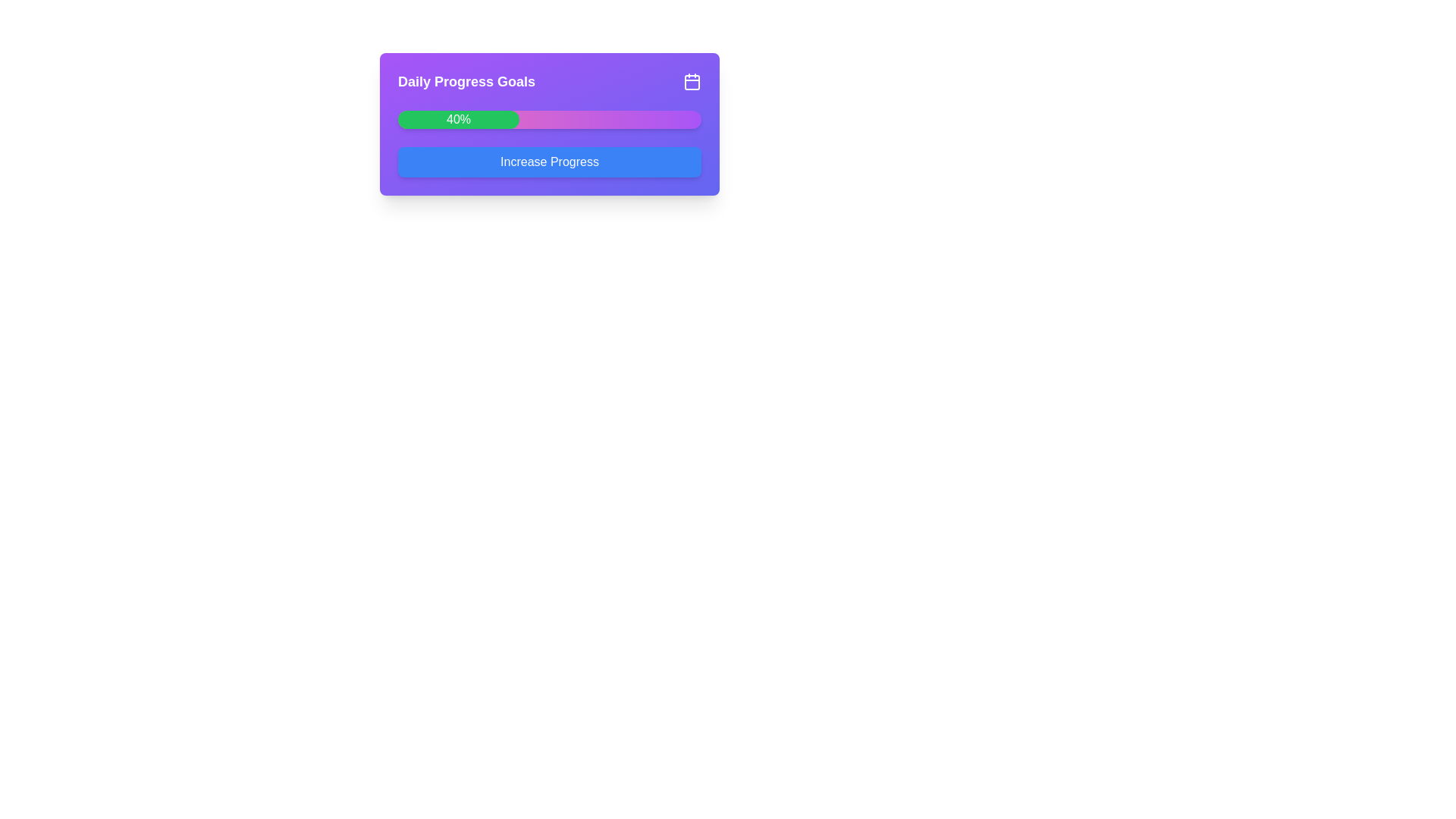 The width and height of the screenshot is (1456, 819). What do you see at coordinates (548, 119) in the screenshot?
I see `progress percentage displayed on the Progress Bar located in the 'Daily Progress Goals' card section, which shows a value of 40%` at bounding box center [548, 119].